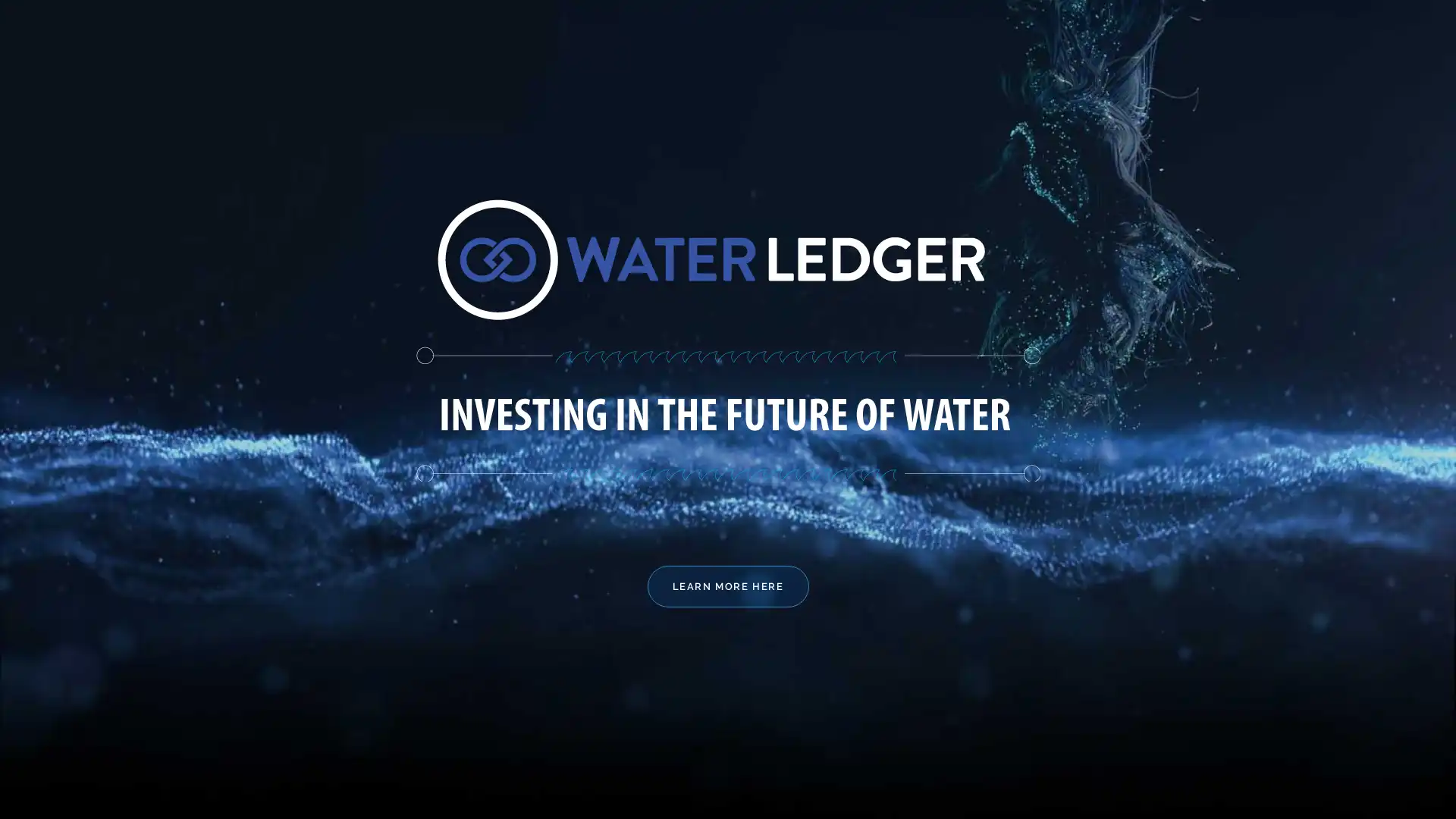  Describe the element at coordinates (726, 585) in the screenshot. I see `LEARN MORE HERE` at that location.